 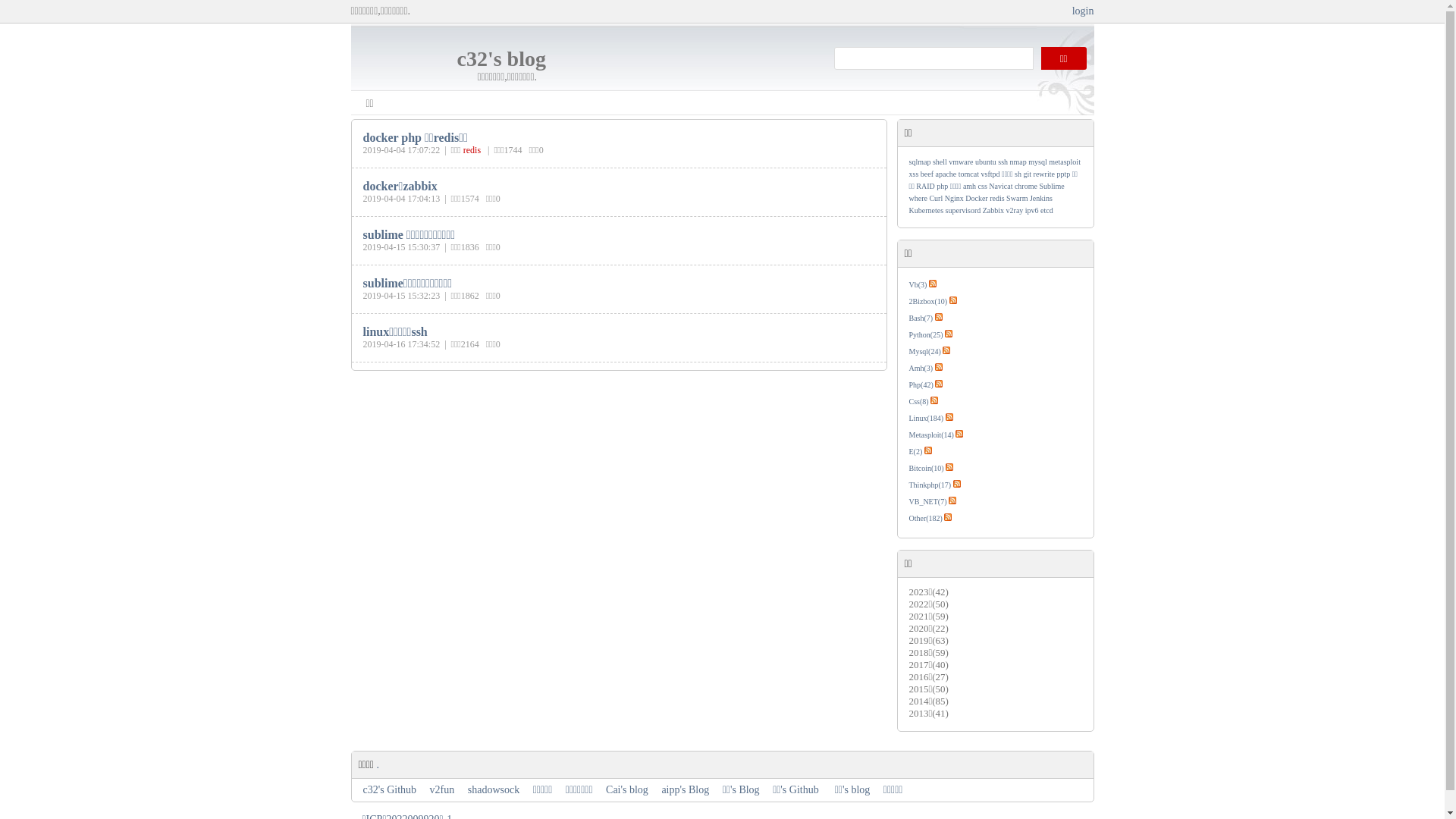 What do you see at coordinates (914, 450) in the screenshot?
I see `'E(2)'` at bounding box center [914, 450].